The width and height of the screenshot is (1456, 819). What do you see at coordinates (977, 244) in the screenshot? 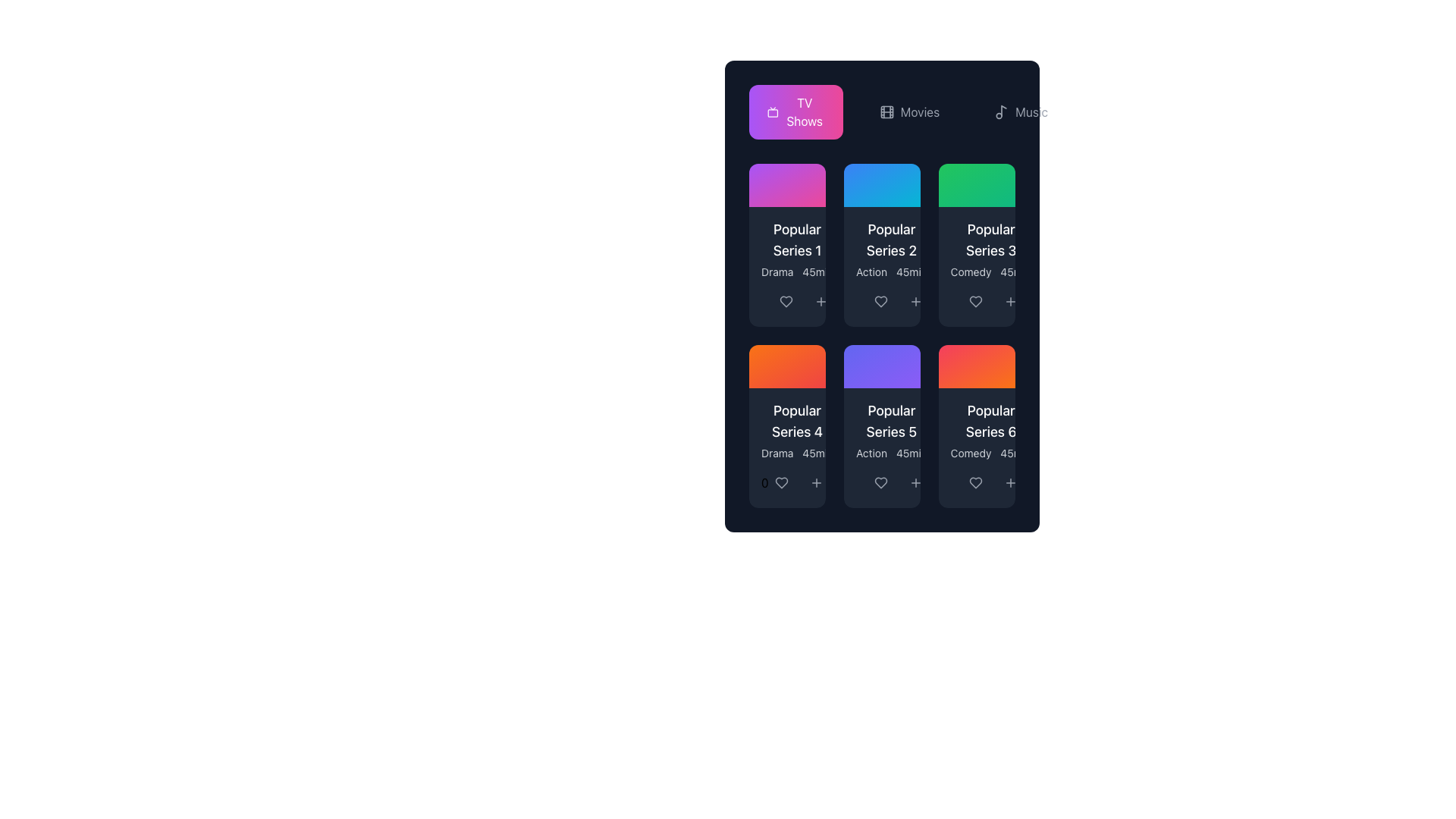
I see `the third card in the first row of the grid labeled 'Popular Series 3'` at bounding box center [977, 244].